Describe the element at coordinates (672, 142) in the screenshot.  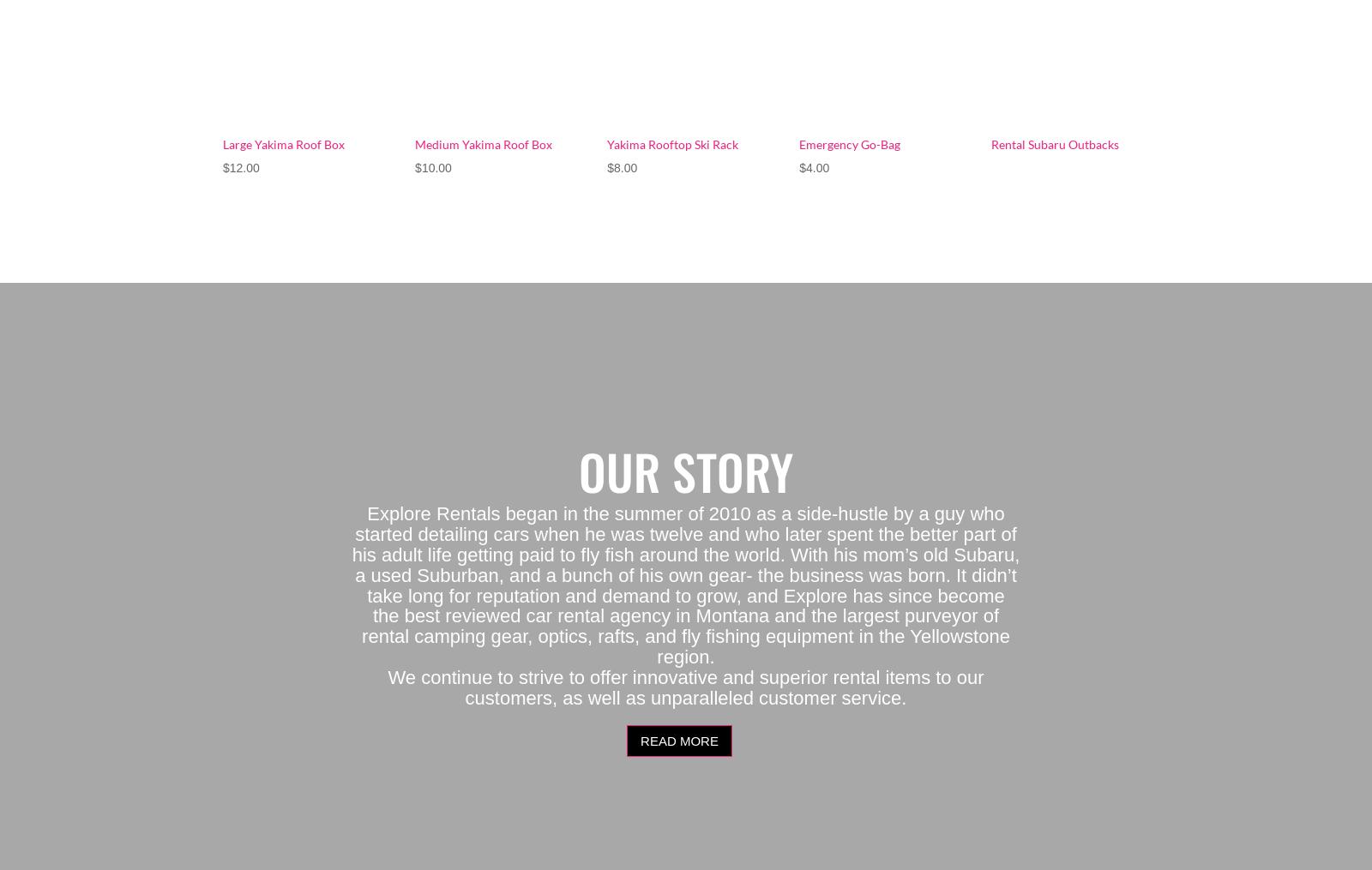
I see `'Yakima Rooftop Ski Rack'` at that location.